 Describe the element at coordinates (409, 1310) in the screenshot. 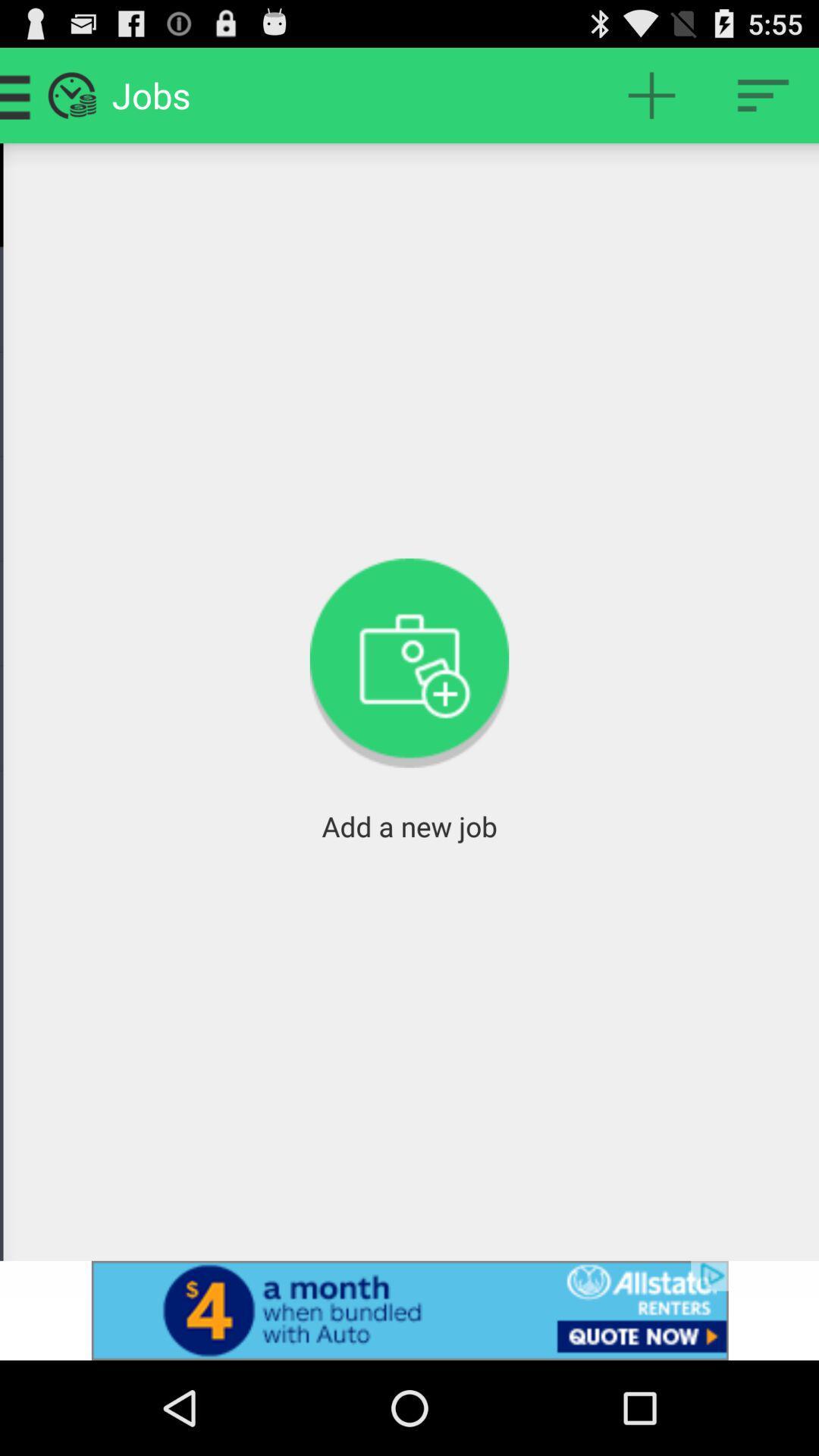

I see `advertisement botton` at that location.